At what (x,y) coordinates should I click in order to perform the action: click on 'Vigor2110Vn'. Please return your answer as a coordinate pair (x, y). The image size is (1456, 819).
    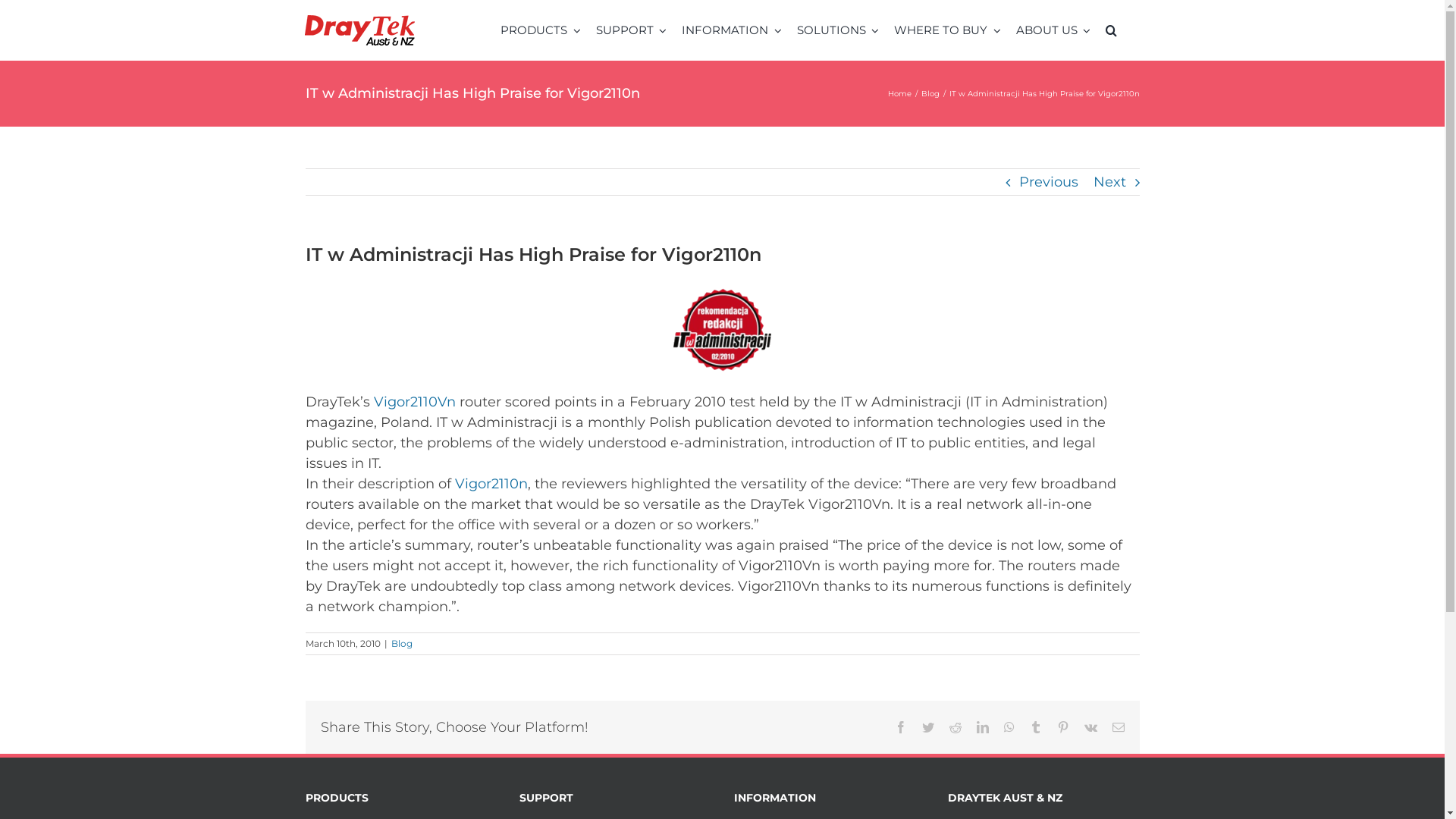
    Looking at the image, I should click on (414, 400).